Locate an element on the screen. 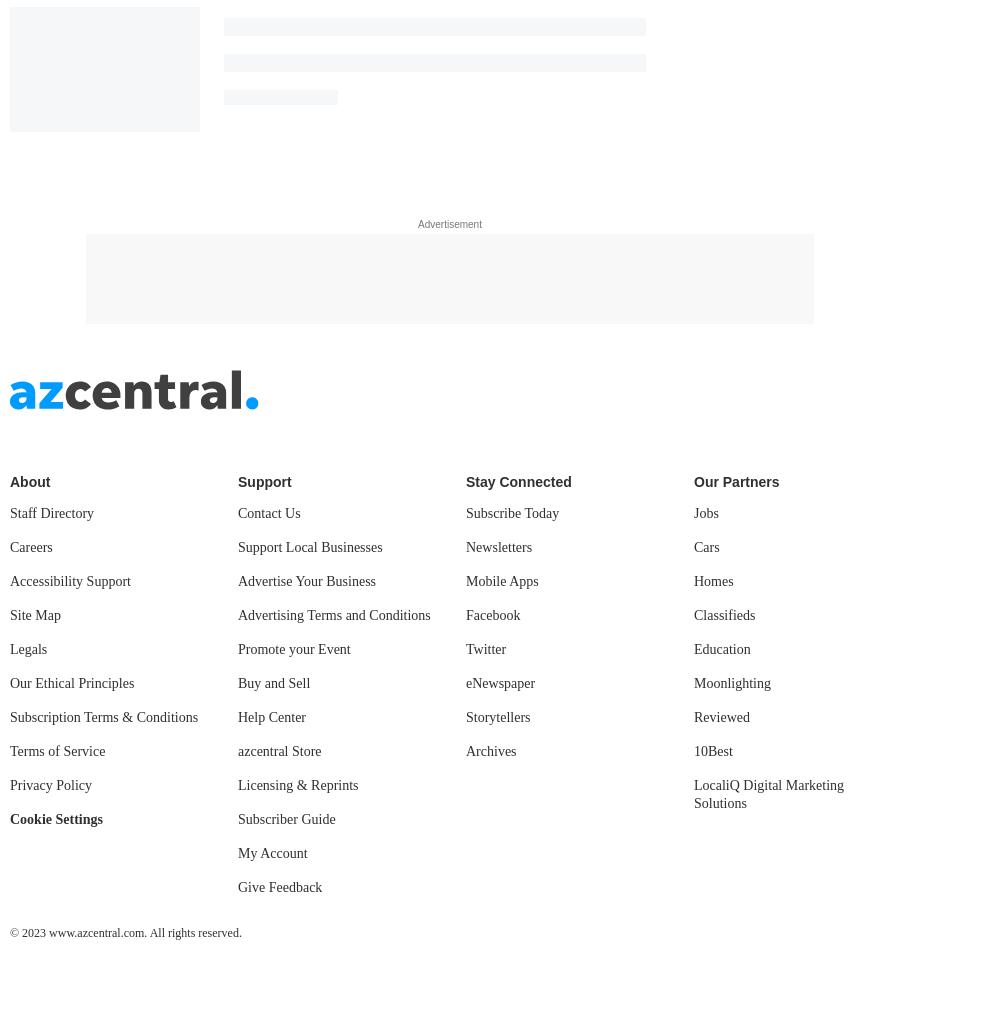  'Accessibility Support' is located at coordinates (69, 579).